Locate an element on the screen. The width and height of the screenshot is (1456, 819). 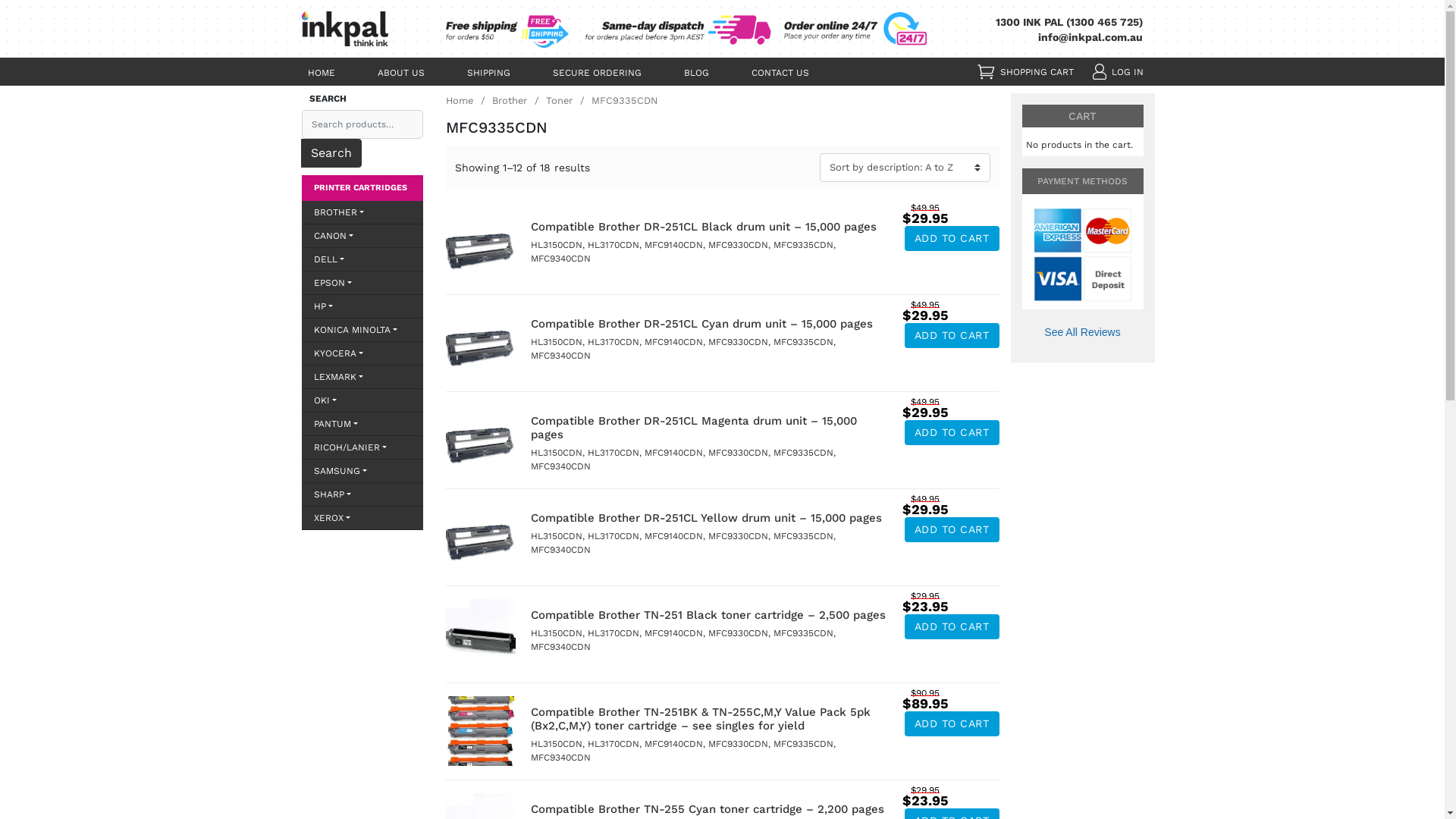
'SHOPPING CART' is located at coordinates (1035, 72).